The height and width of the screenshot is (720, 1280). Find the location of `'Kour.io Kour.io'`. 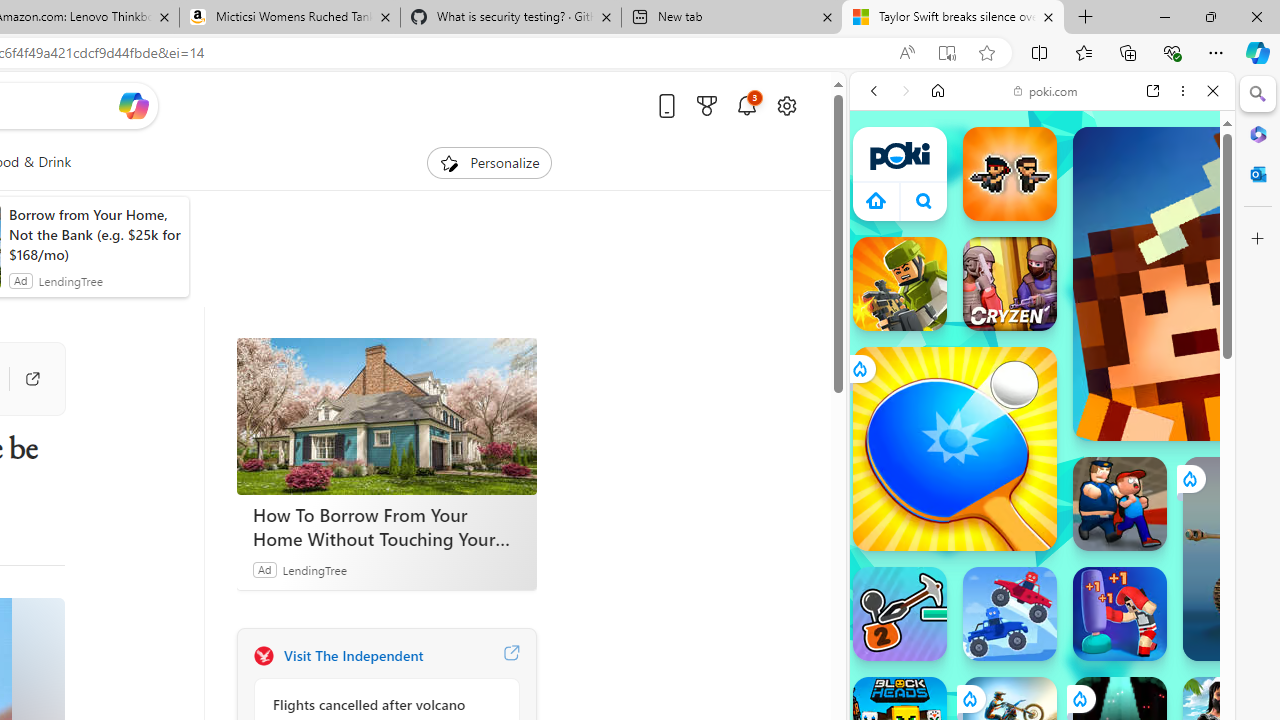

'Kour.io Kour.io' is located at coordinates (898, 284).